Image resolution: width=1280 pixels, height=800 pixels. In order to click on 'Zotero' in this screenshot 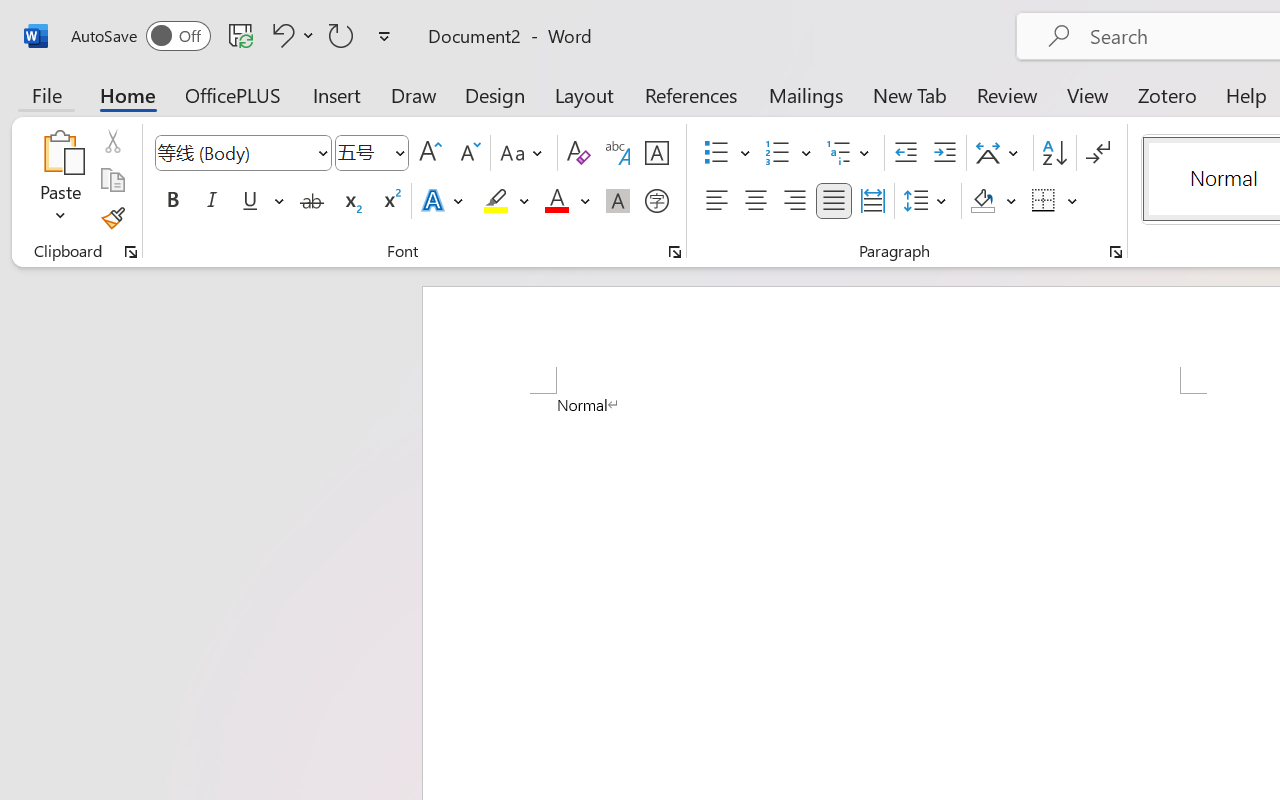, I will do `click(1167, 94)`.